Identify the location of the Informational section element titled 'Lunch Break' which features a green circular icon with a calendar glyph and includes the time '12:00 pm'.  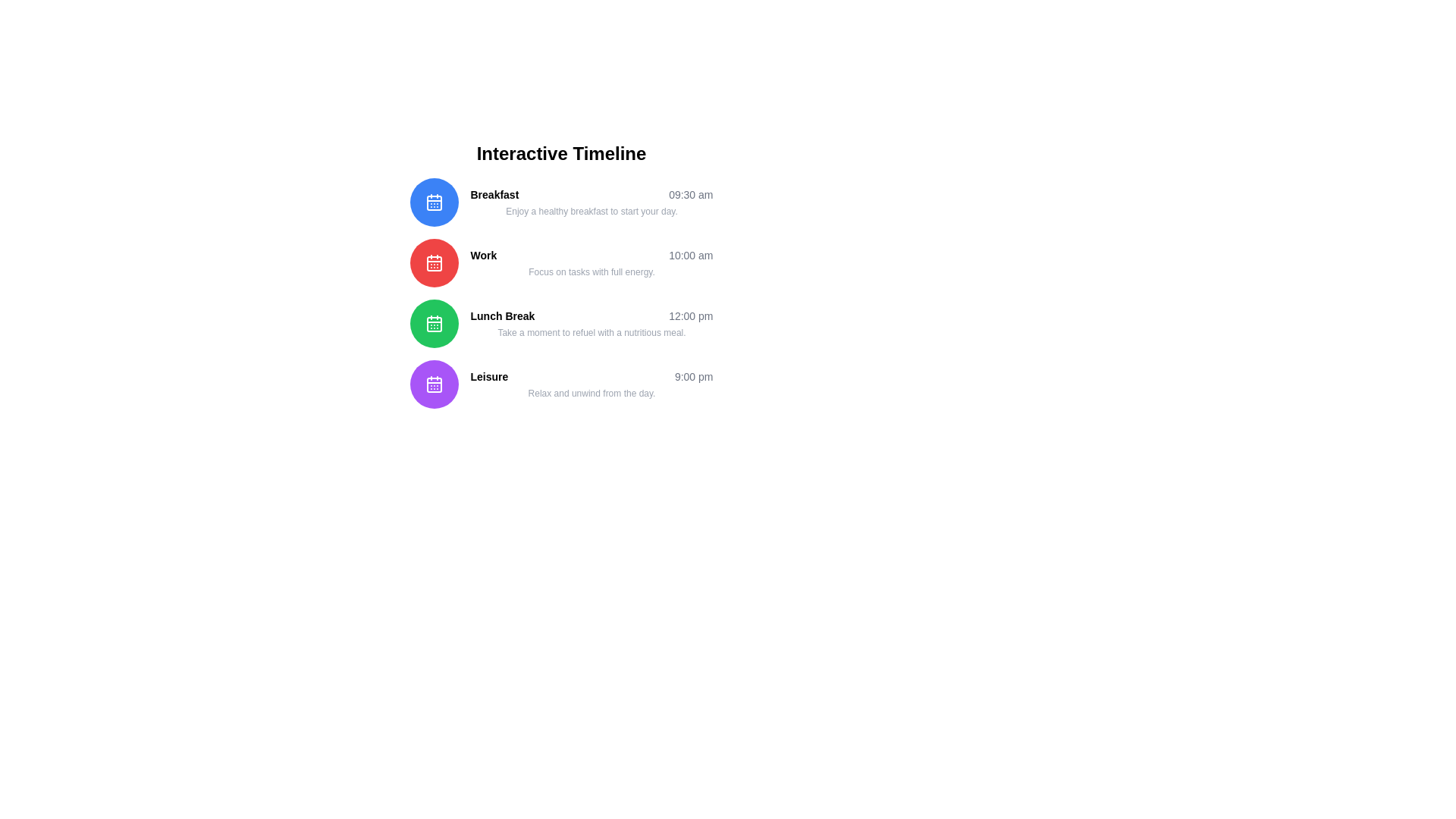
(560, 323).